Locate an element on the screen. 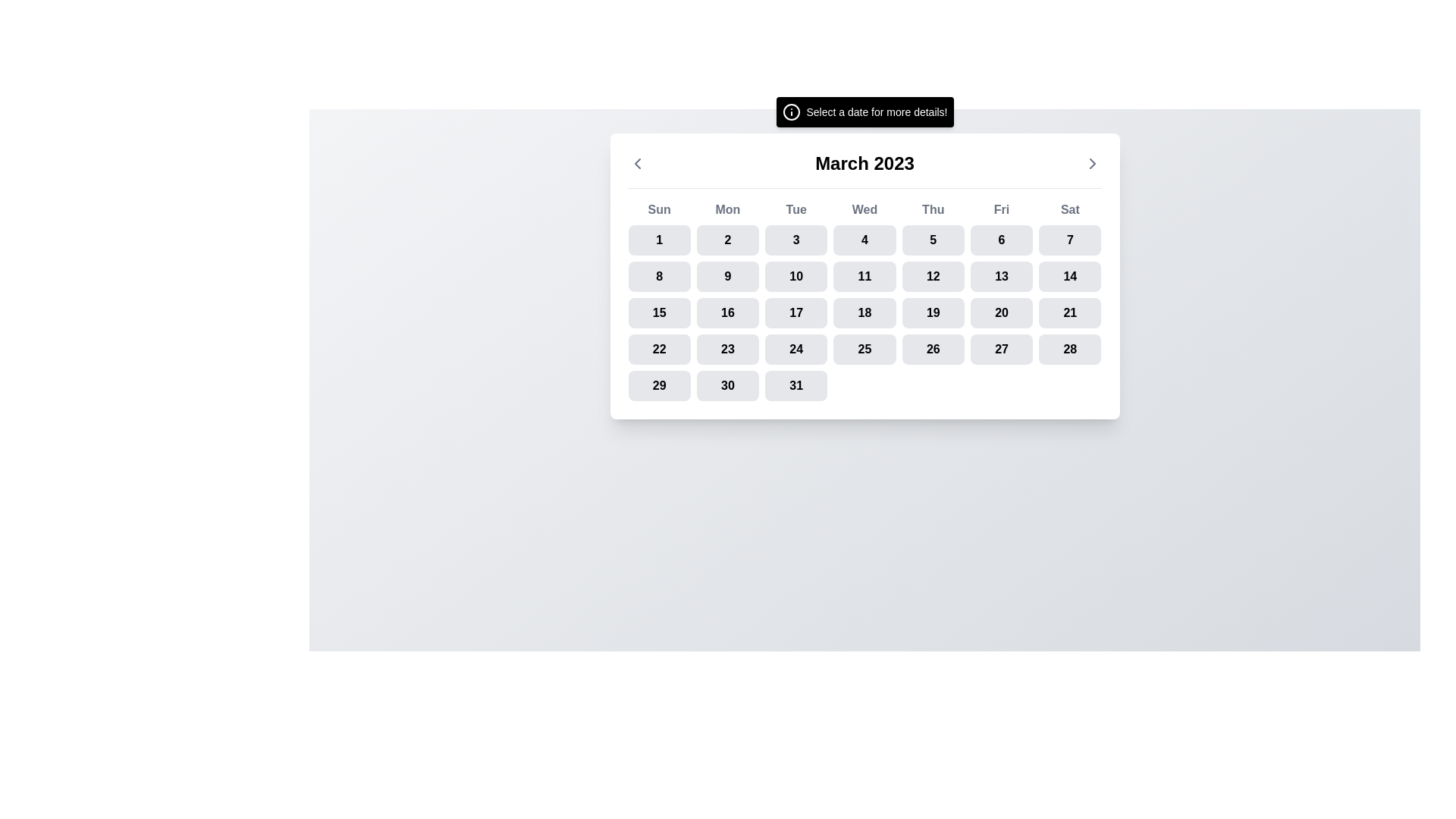 This screenshot has height=819, width=1456. the button representing the 21st day in the calendar view is located at coordinates (1069, 312).